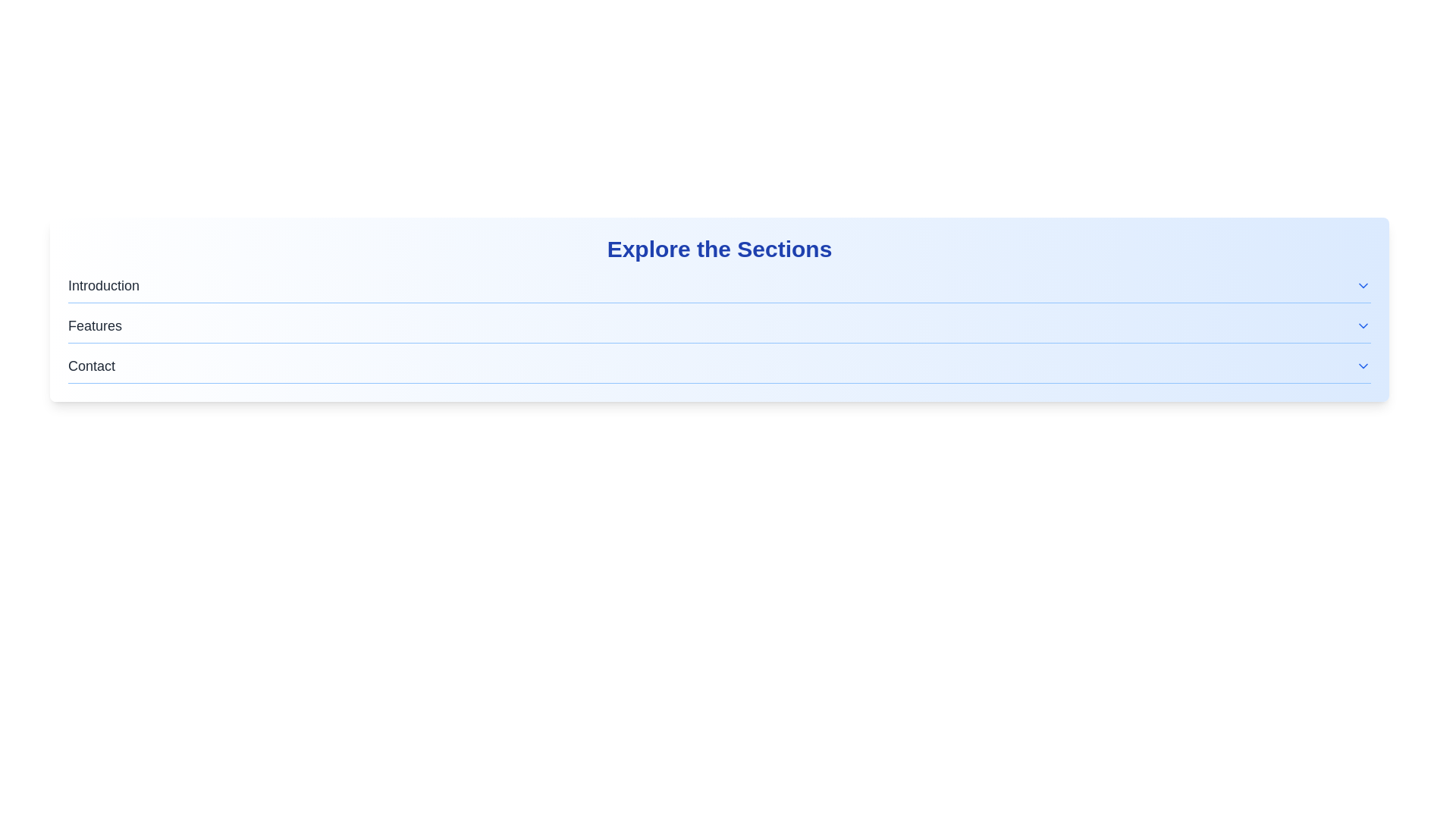  I want to click on the 'Contact' button in the 'Explore the Sections' interface, so click(719, 366).